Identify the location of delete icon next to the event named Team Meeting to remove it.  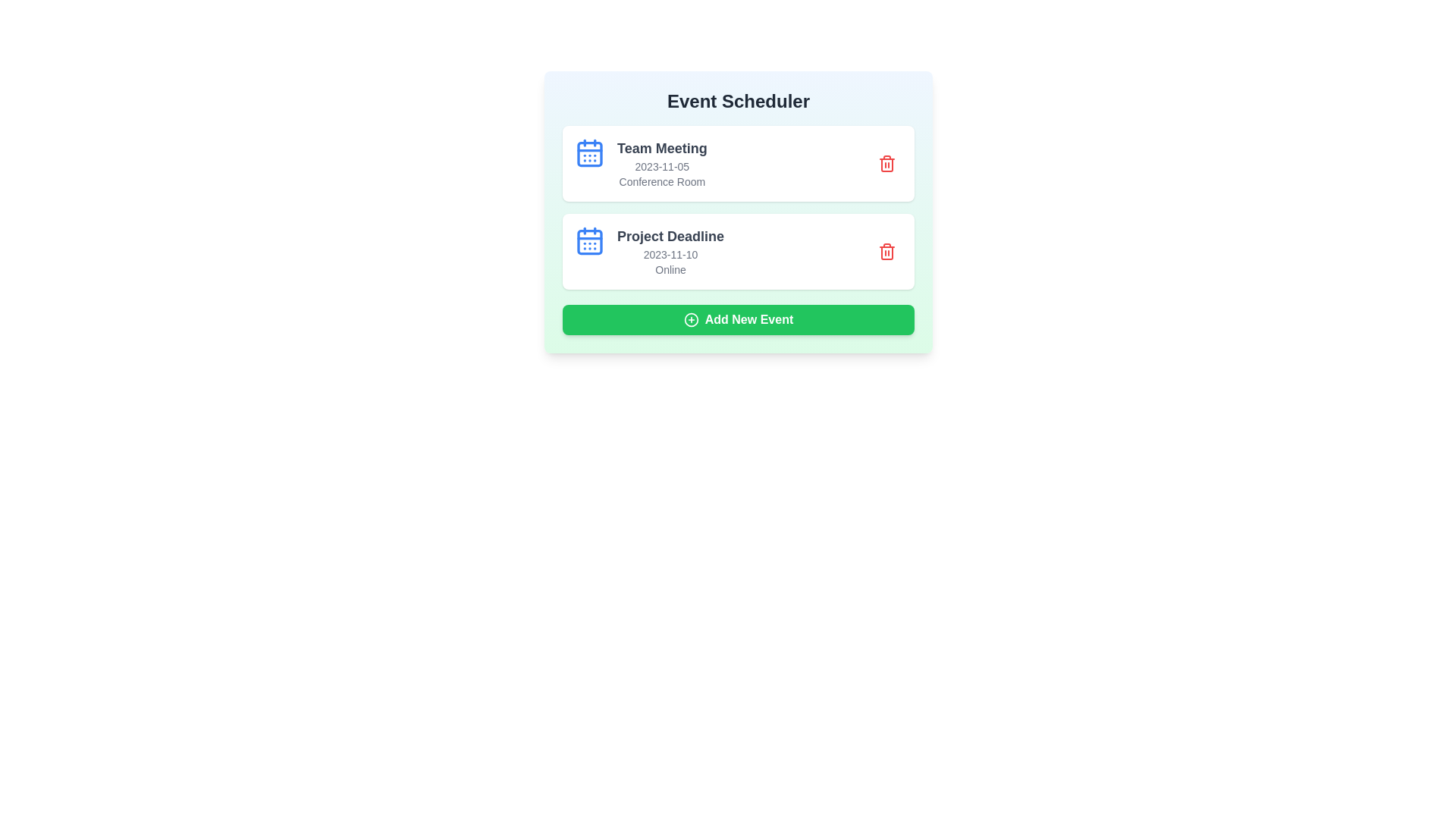
(887, 164).